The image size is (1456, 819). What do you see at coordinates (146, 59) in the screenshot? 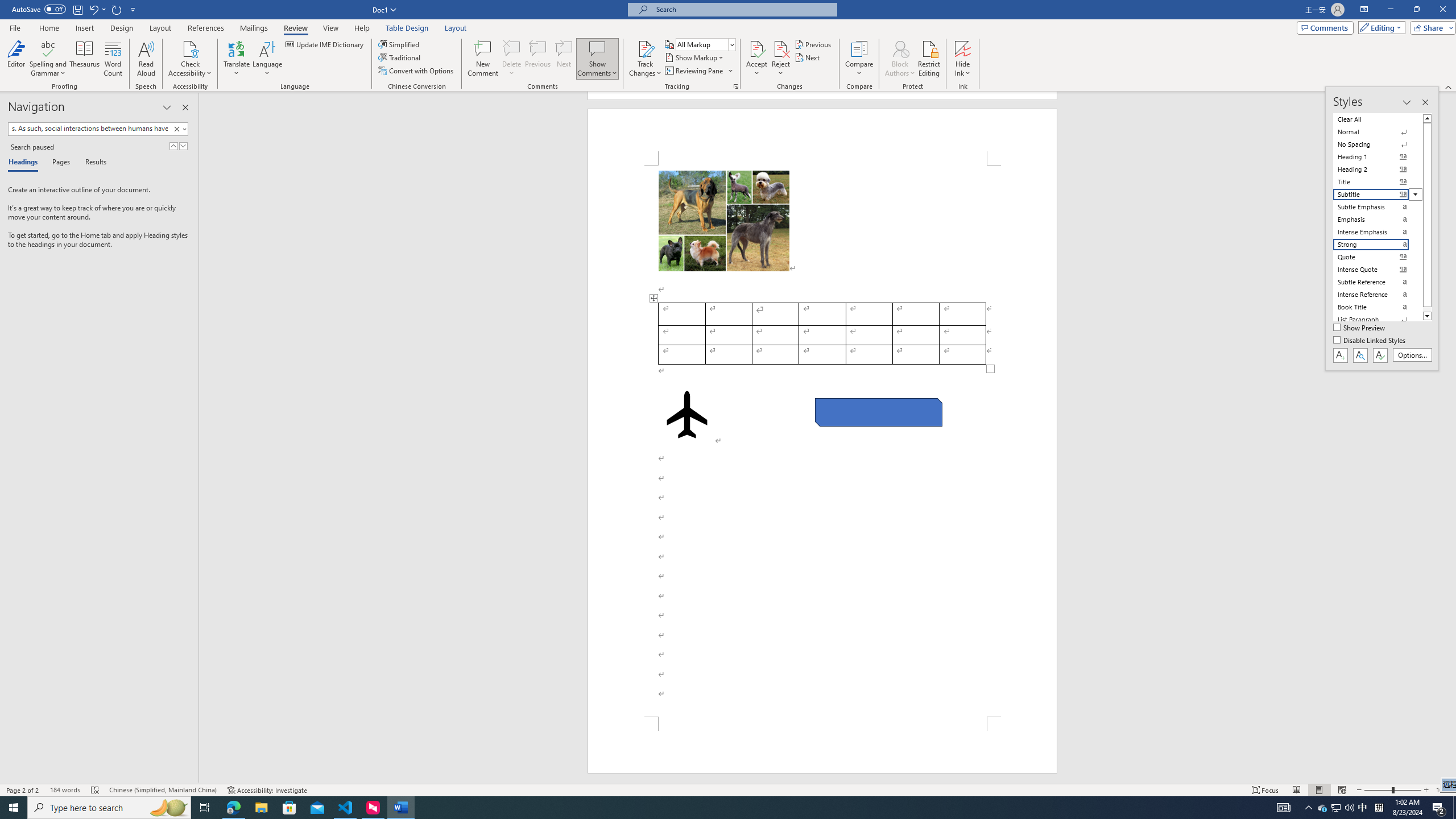
I see `'Read Aloud'` at bounding box center [146, 59].